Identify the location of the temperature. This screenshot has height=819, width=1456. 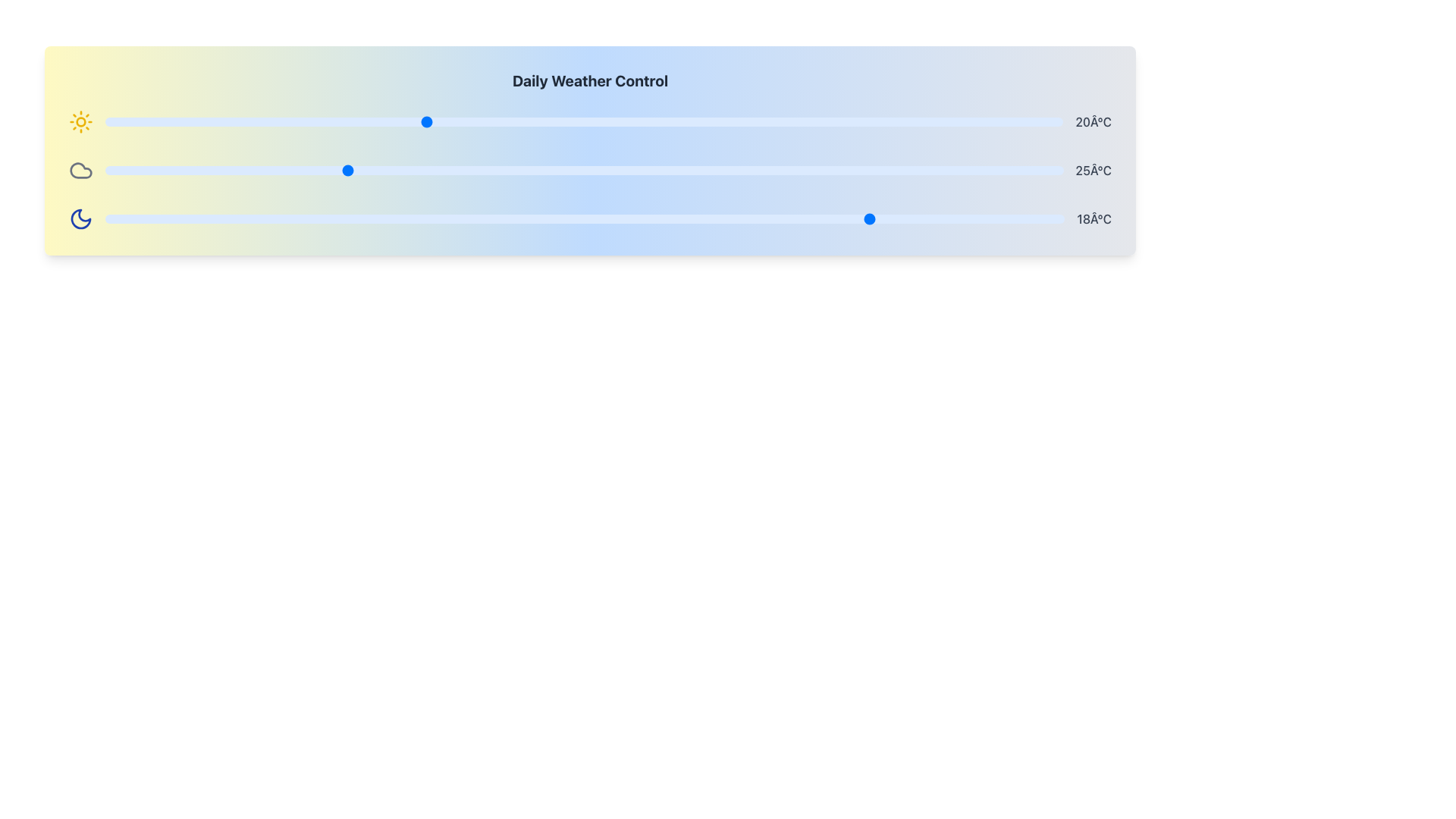
(297, 170).